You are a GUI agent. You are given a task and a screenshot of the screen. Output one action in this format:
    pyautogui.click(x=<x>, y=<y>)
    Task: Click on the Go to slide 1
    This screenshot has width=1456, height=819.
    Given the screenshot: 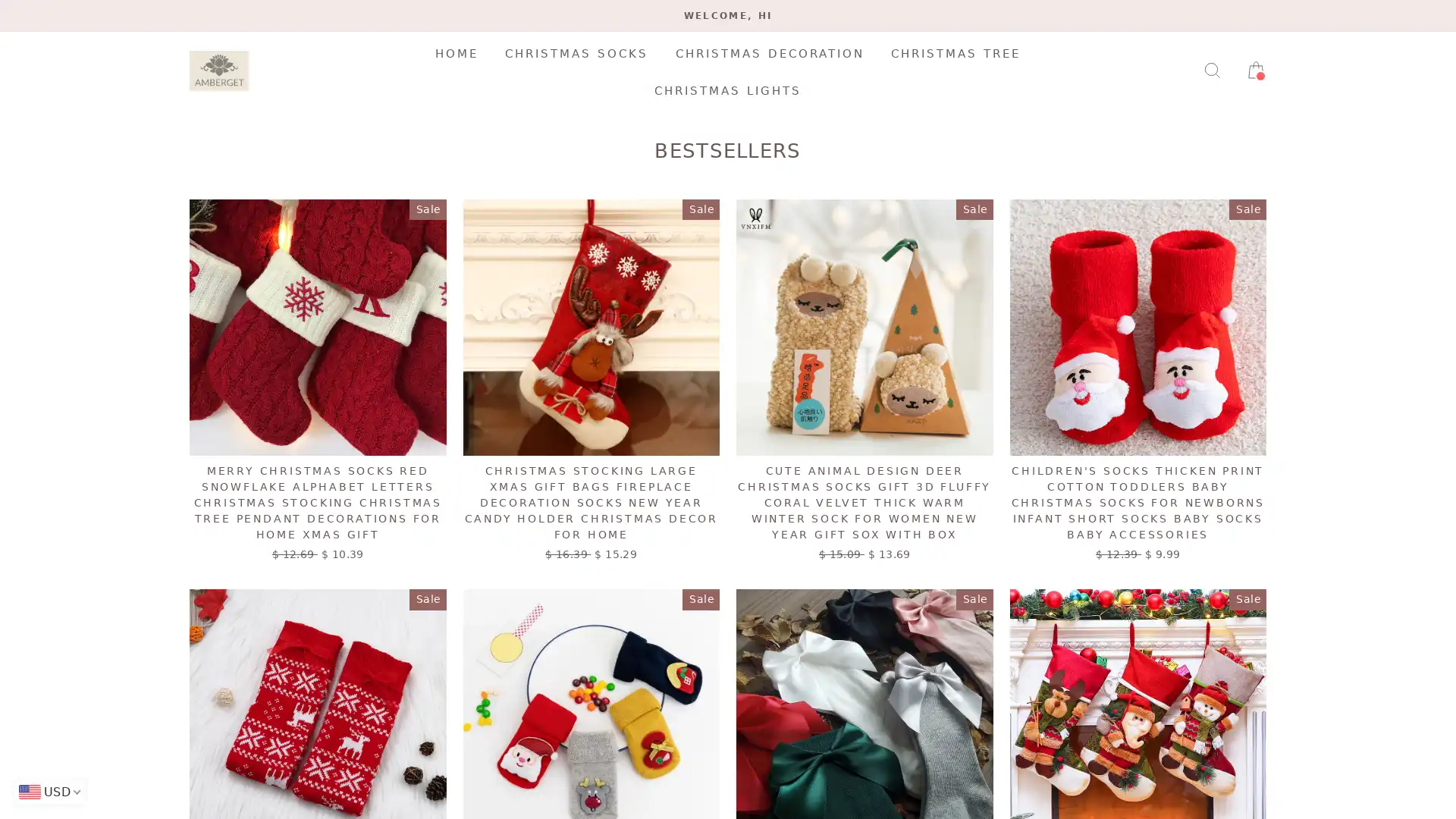 What is the action you would take?
    pyautogui.click(x=728, y=73)
    